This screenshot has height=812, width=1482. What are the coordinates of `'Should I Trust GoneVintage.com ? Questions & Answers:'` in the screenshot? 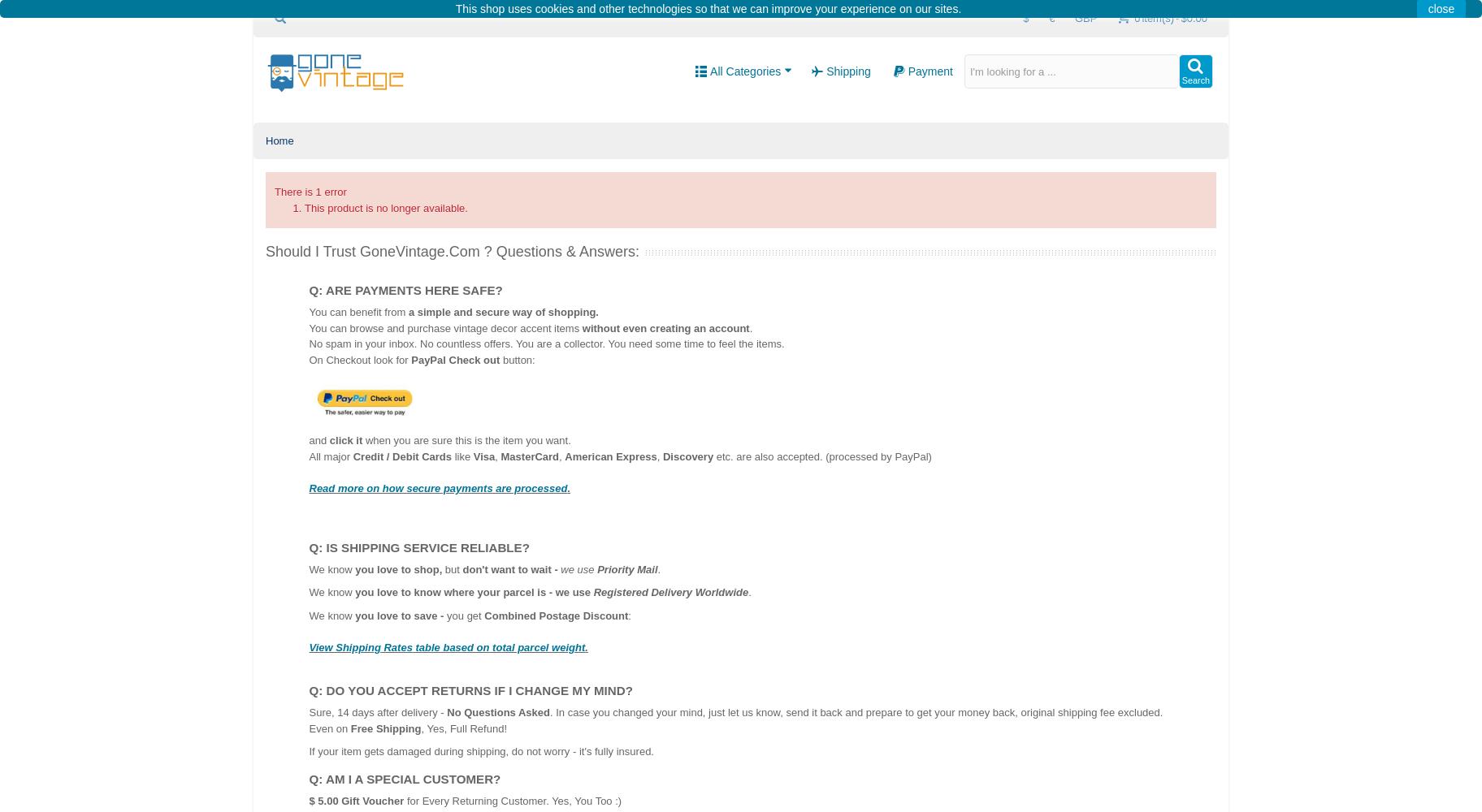 It's located at (451, 252).